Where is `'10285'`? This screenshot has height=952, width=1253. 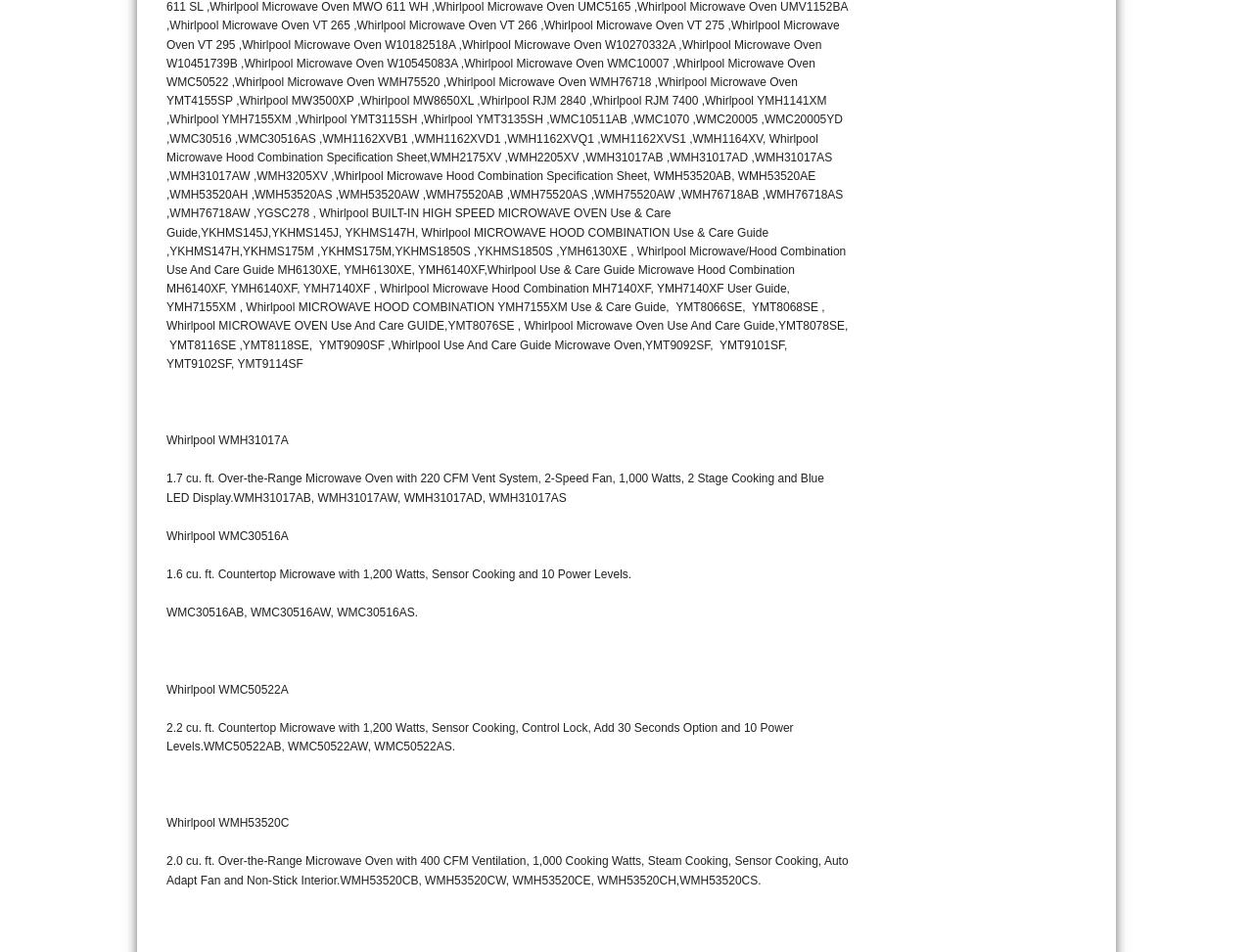
'10285' is located at coordinates (878, 75).